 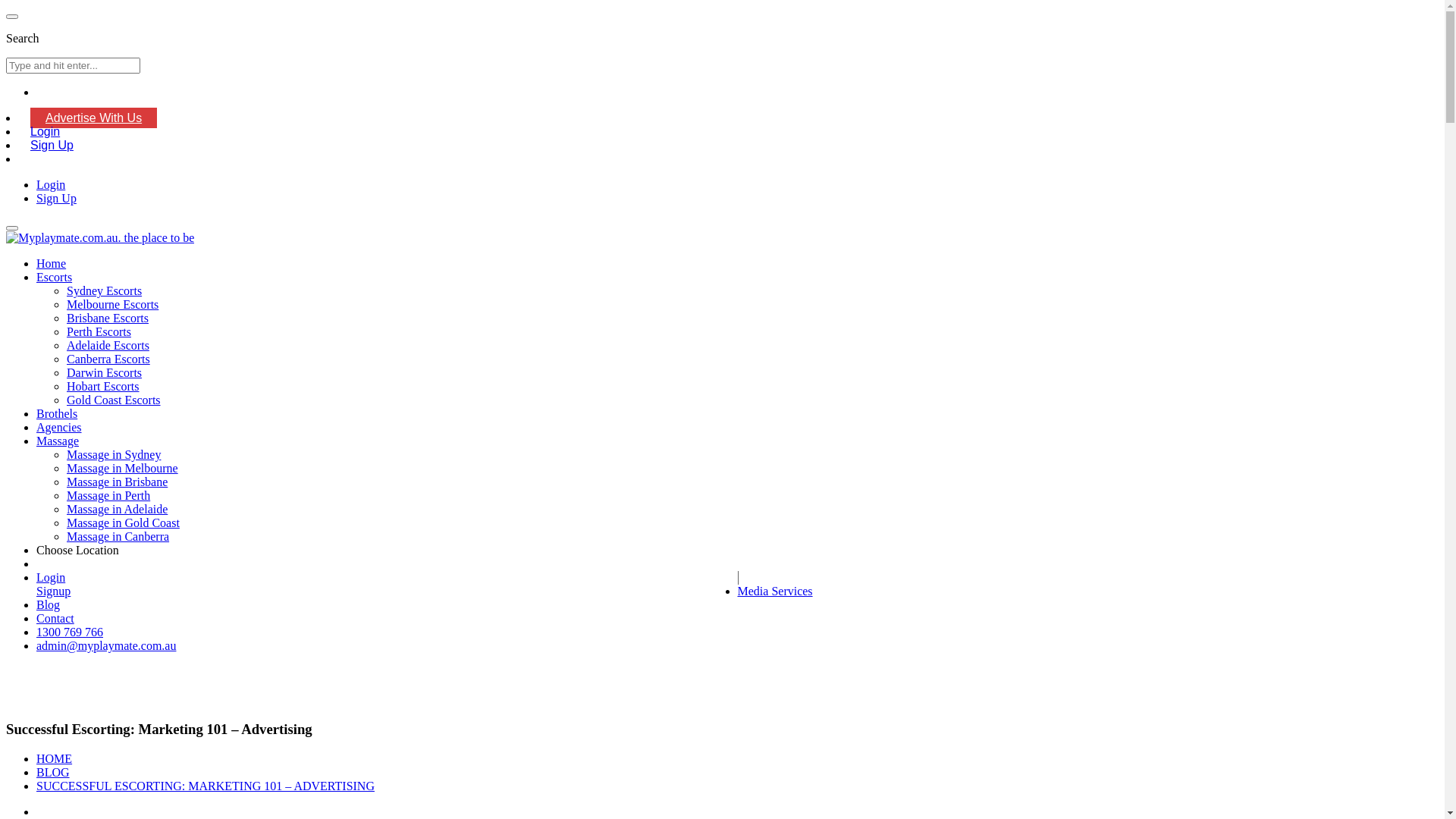 What do you see at coordinates (774, 590) in the screenshot?
I see `'Media Services'` at bounding box center [774, 590].